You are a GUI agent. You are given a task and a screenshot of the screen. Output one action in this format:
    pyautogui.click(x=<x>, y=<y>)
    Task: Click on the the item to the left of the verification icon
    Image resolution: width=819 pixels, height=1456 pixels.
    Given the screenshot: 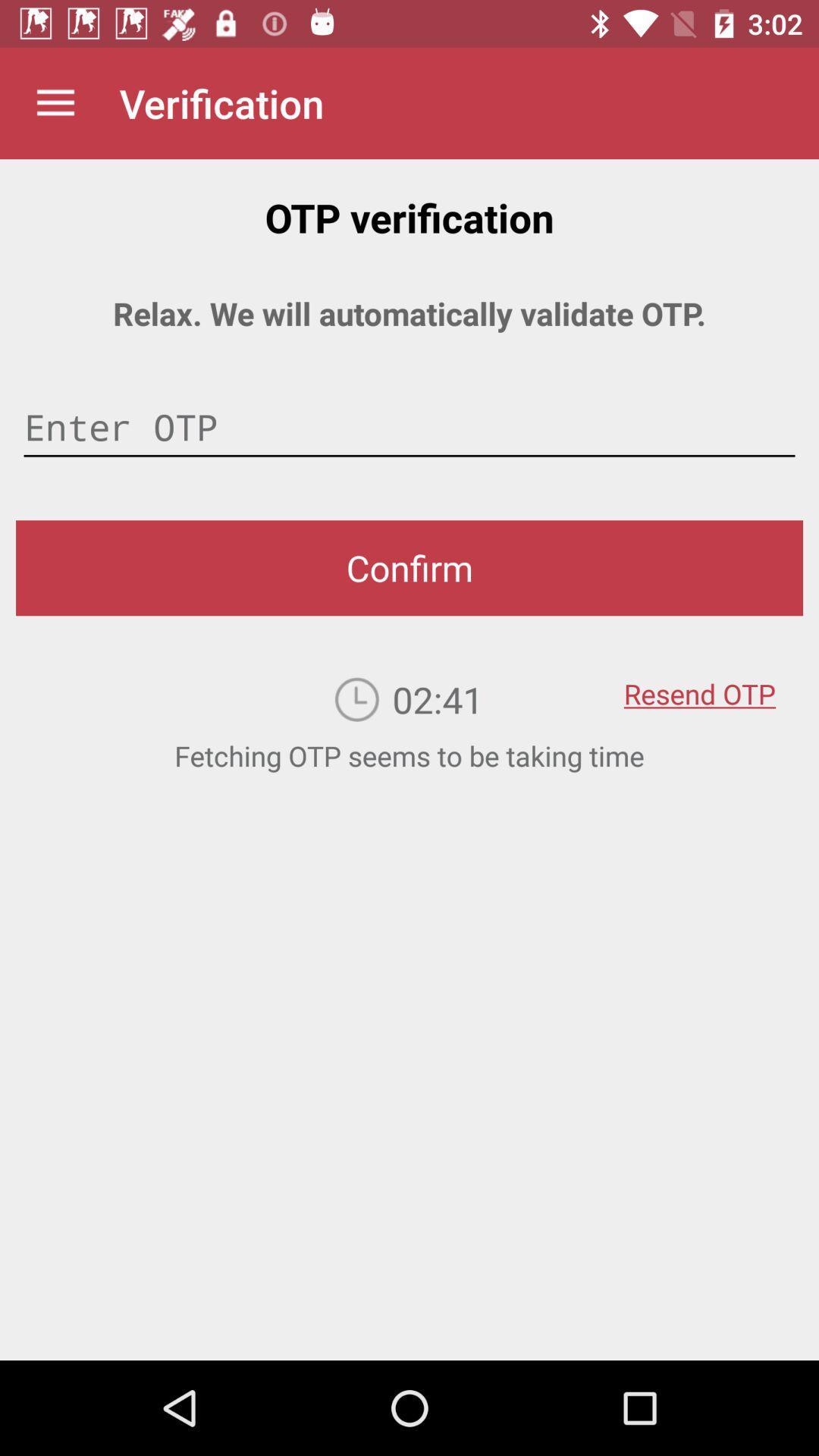 What is the action you would take?
    pyautogui.click(x=55, y=102)
    